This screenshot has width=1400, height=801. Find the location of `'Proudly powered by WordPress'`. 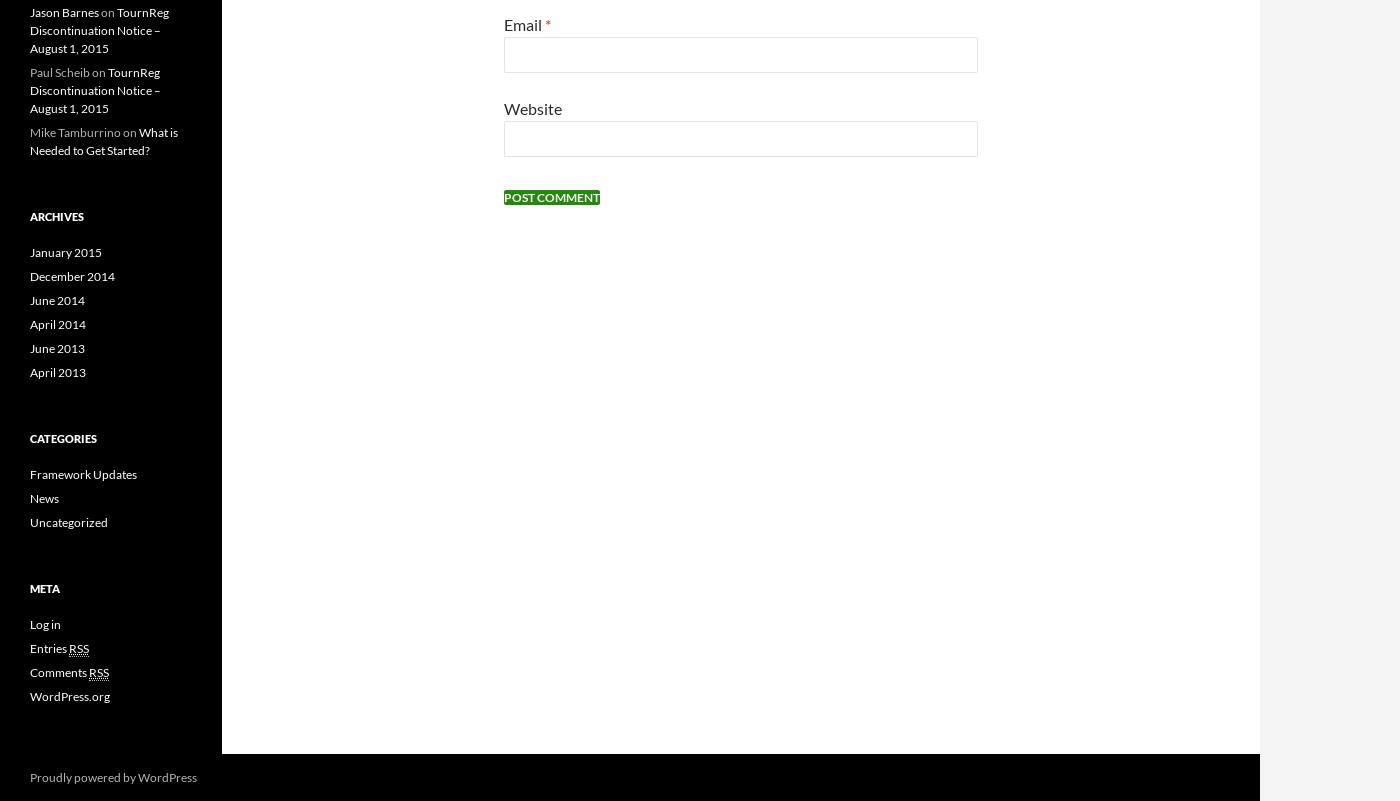

'Proudly powered by WordPress' is located at coordinates (113, 775).